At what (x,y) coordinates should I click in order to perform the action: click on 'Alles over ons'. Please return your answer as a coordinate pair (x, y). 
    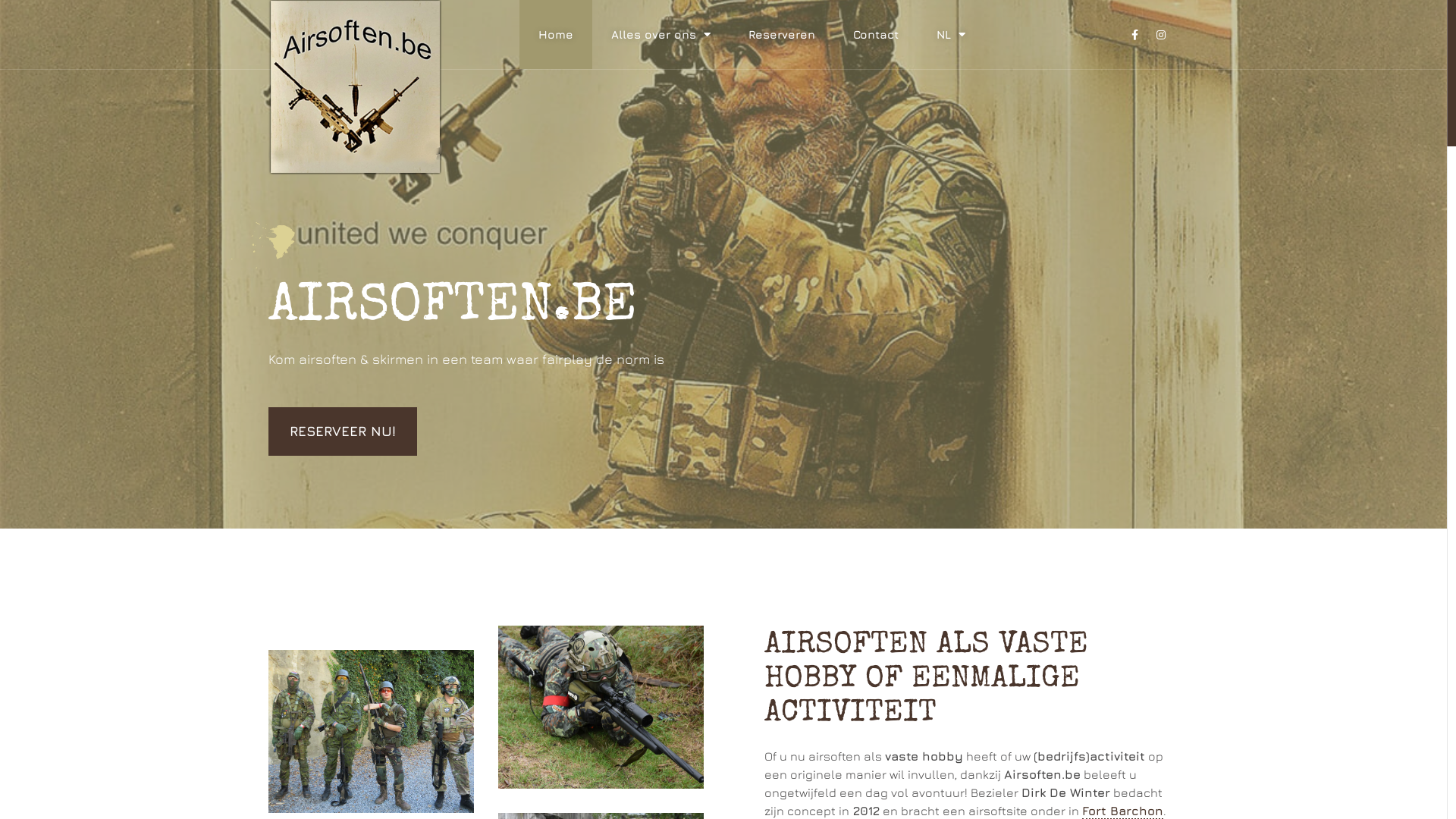
    Looking at the image, I should click on (661, 34).